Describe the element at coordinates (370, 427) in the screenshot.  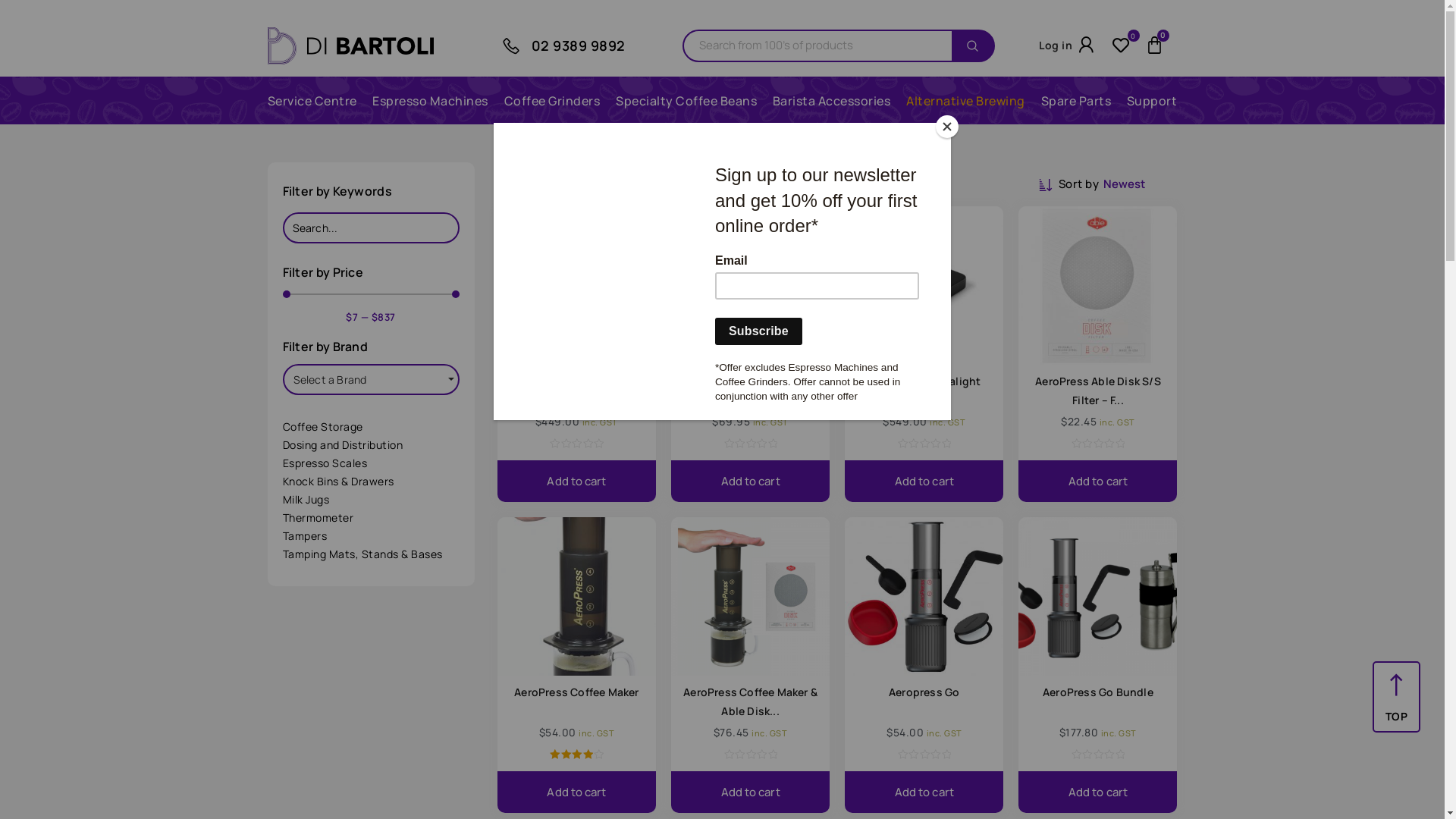
I see `'Coffee Storage'` at that location.